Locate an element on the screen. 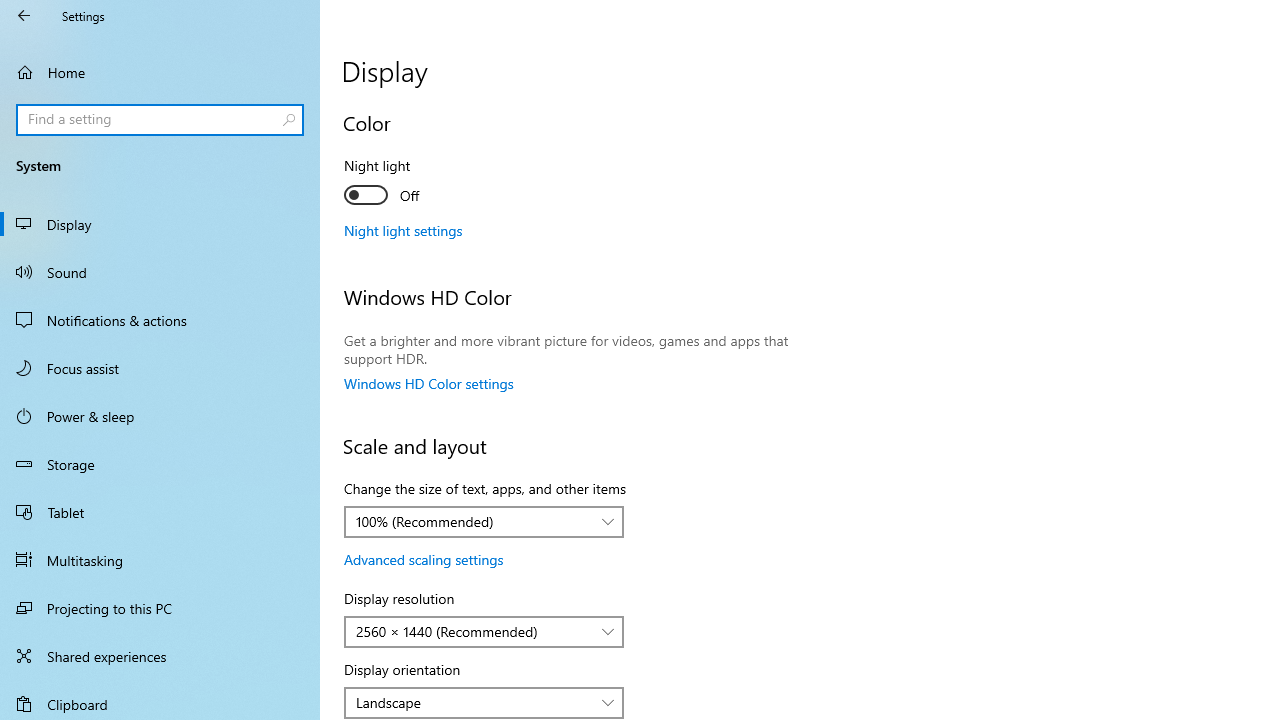 This screenshot has height=720, width=1280. 'Display resolution' is located at coordinates (484, 632).